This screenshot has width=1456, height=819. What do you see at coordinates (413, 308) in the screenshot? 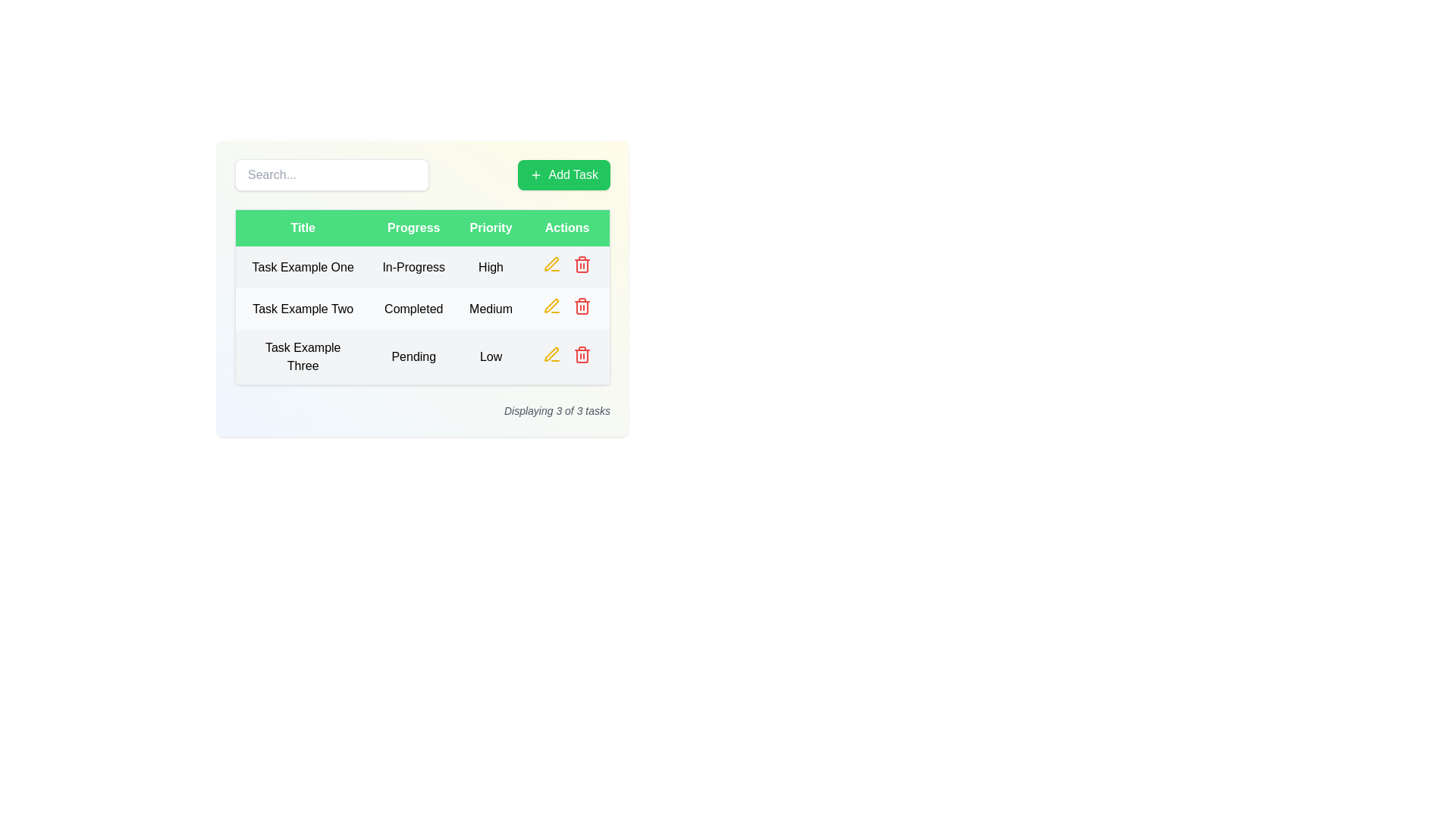
I see `text displayed in the progress status label for 'Task Example Two', which shows 'Completed'` at bounding box center [413, 308].